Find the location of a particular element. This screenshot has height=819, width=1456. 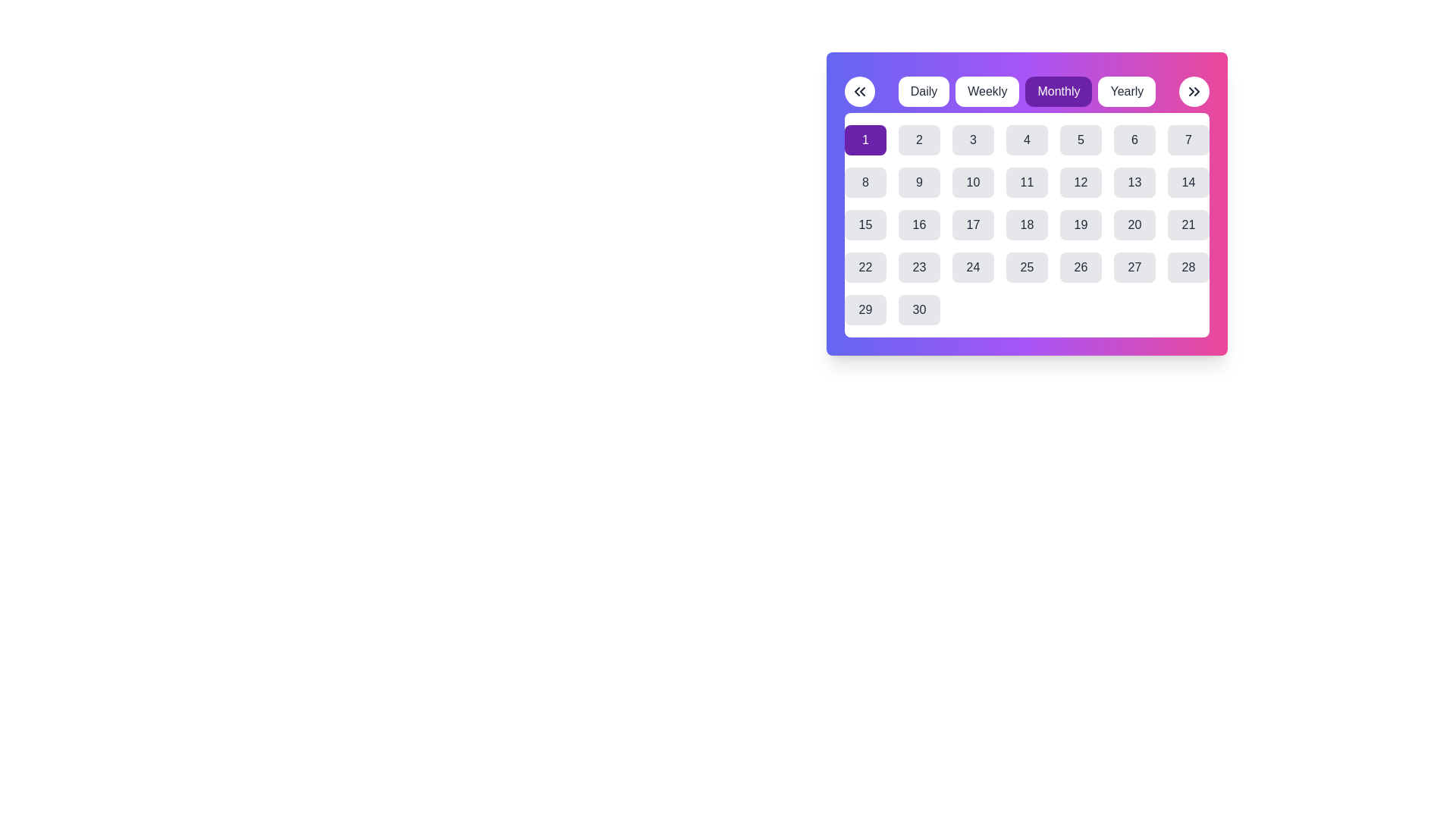

the button representing the 10th day in the calendar interface is located at coordinates (973, 181).